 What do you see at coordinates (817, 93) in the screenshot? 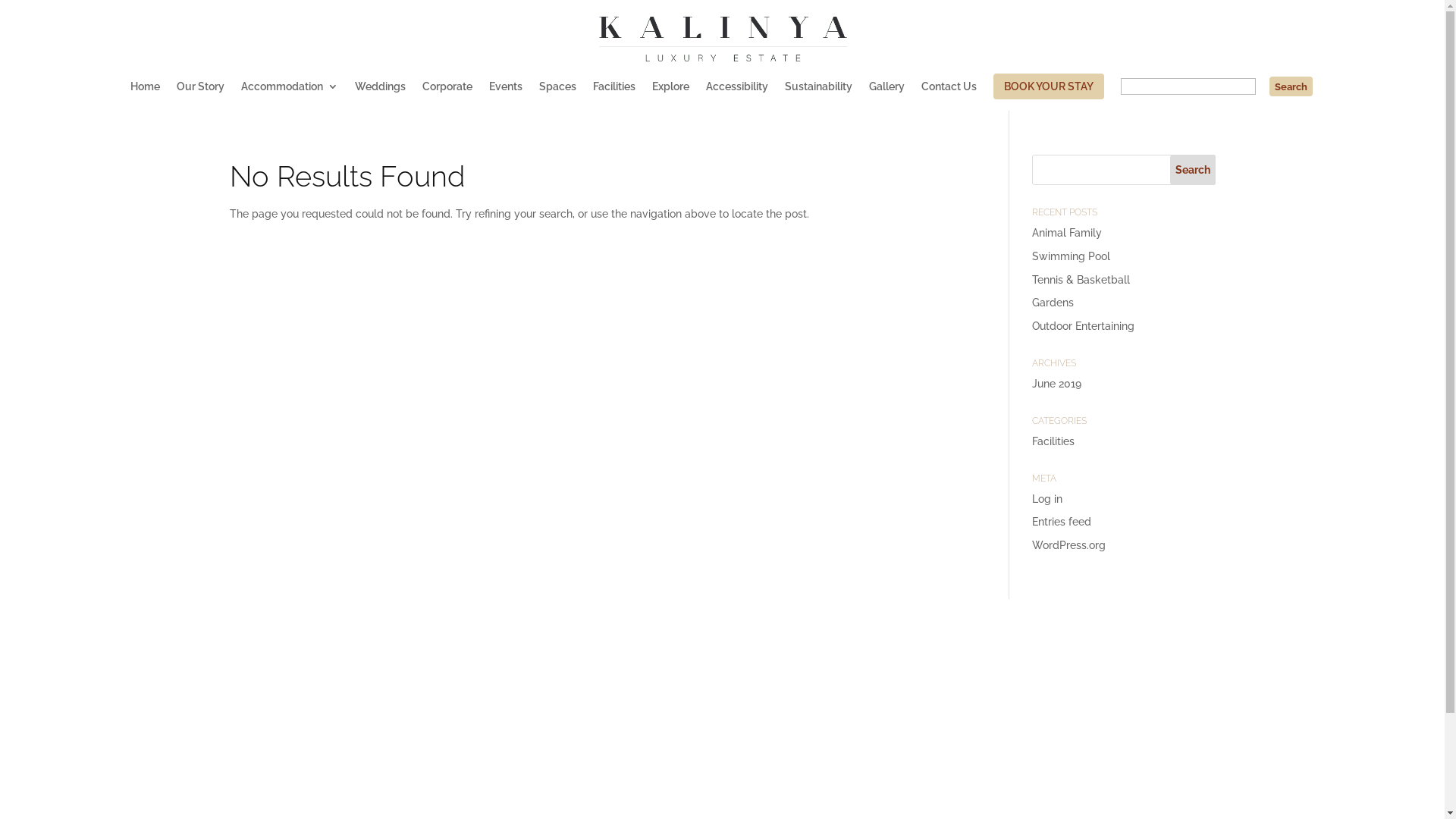
I see `'Sustainability'` at bounding box center [817, 93].